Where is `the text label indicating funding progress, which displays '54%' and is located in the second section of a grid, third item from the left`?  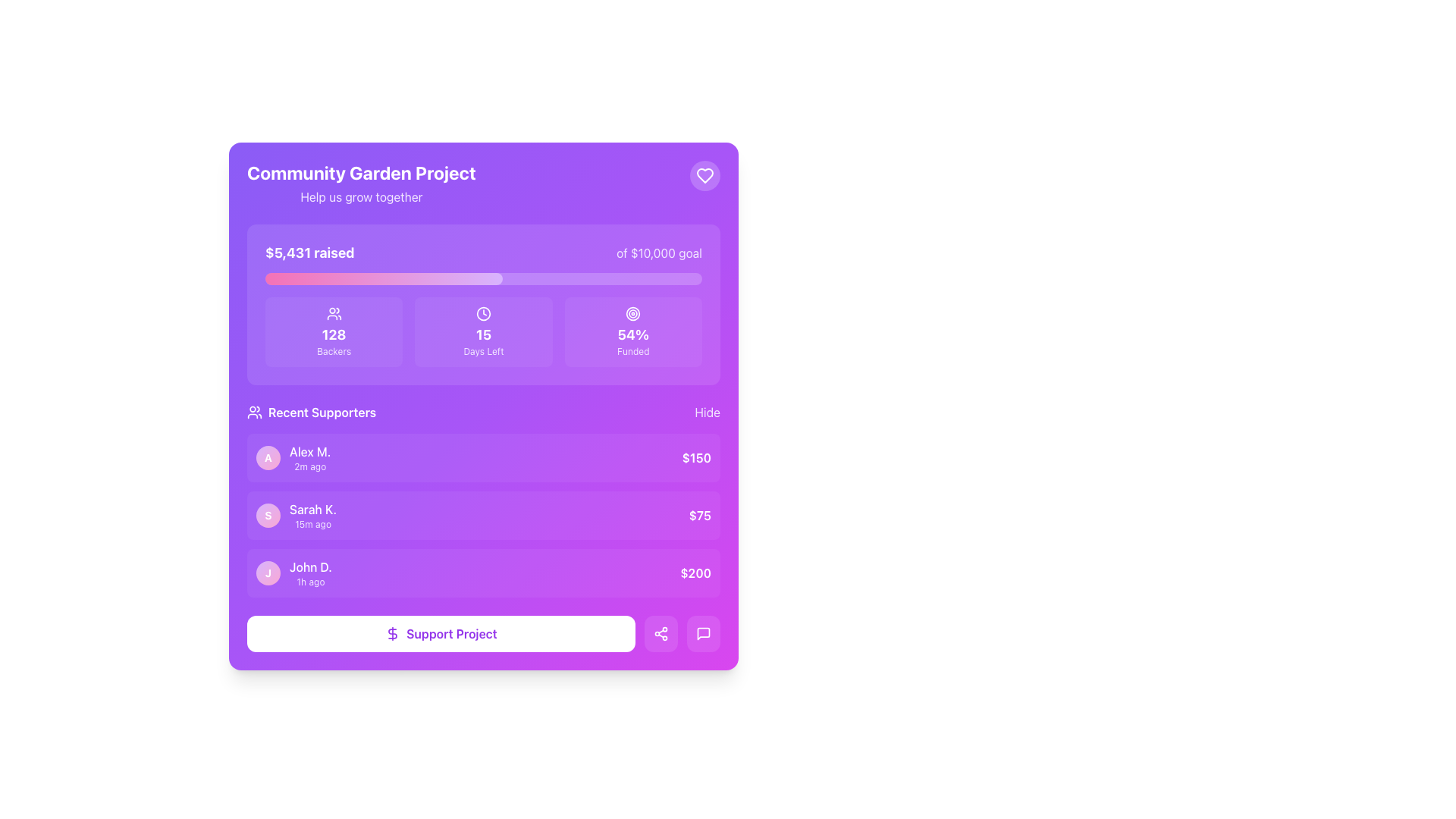 the text label indicating funding progress, which displays '54%' and is located in the second section of a grid, third item from the left is located at coordinates (633, 334).